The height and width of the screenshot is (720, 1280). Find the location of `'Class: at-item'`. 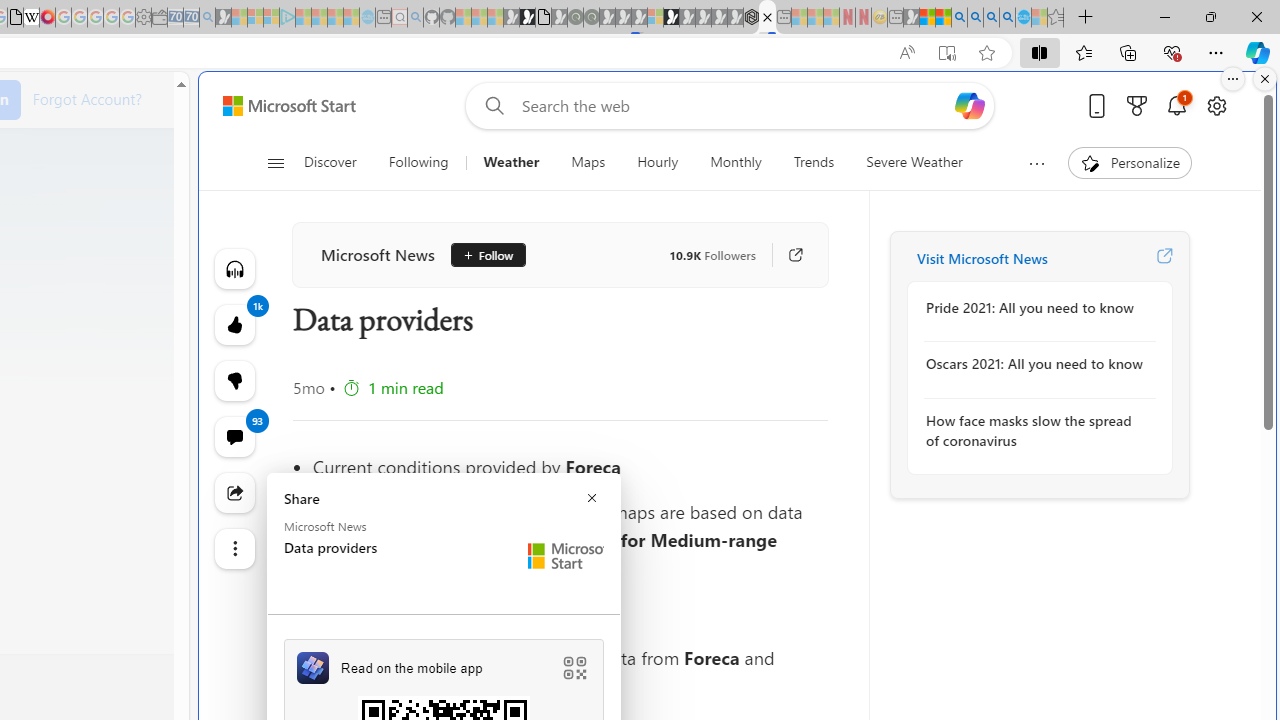

'Class: at-item' is located at coordinates (234, 549).